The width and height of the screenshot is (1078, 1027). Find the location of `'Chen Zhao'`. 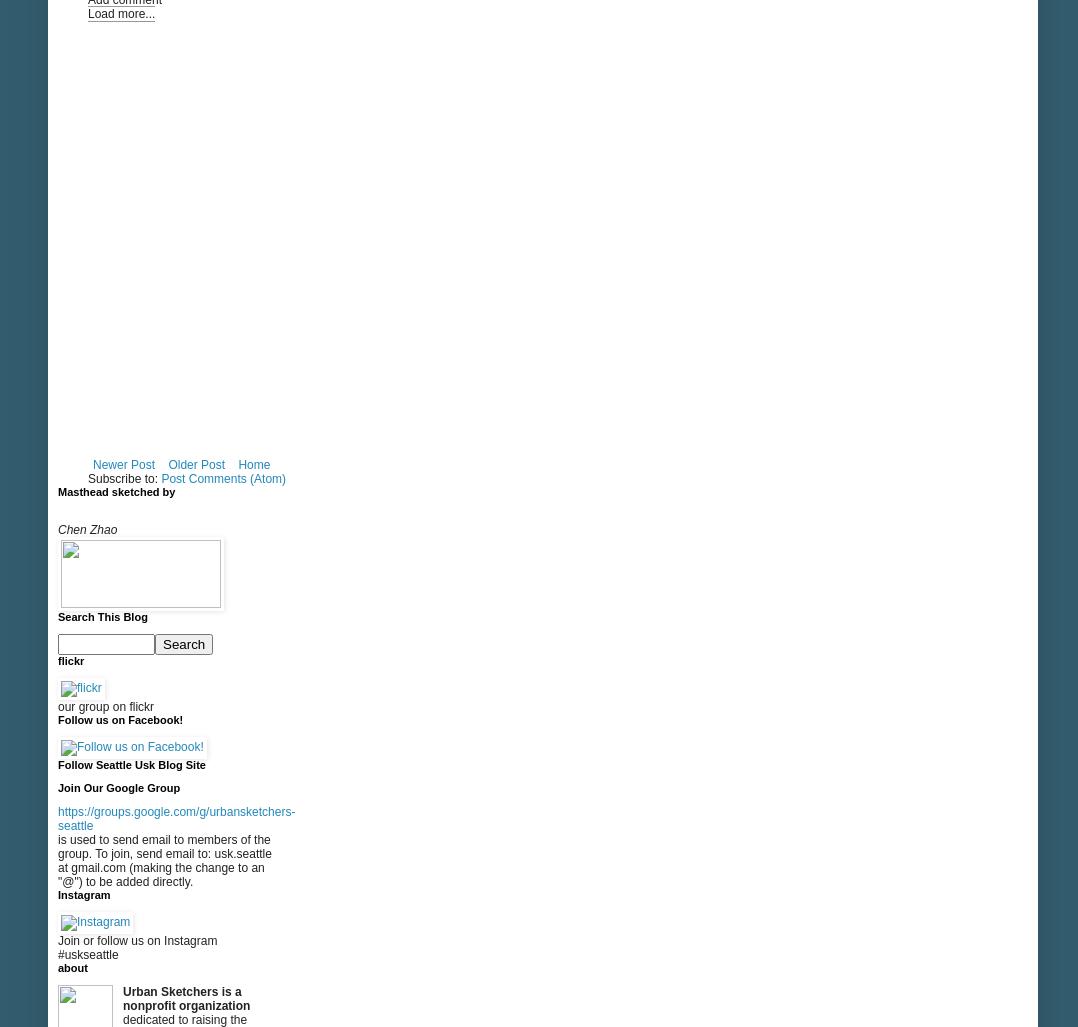

'Chen Zhao' is located at coordinates (86, 529).